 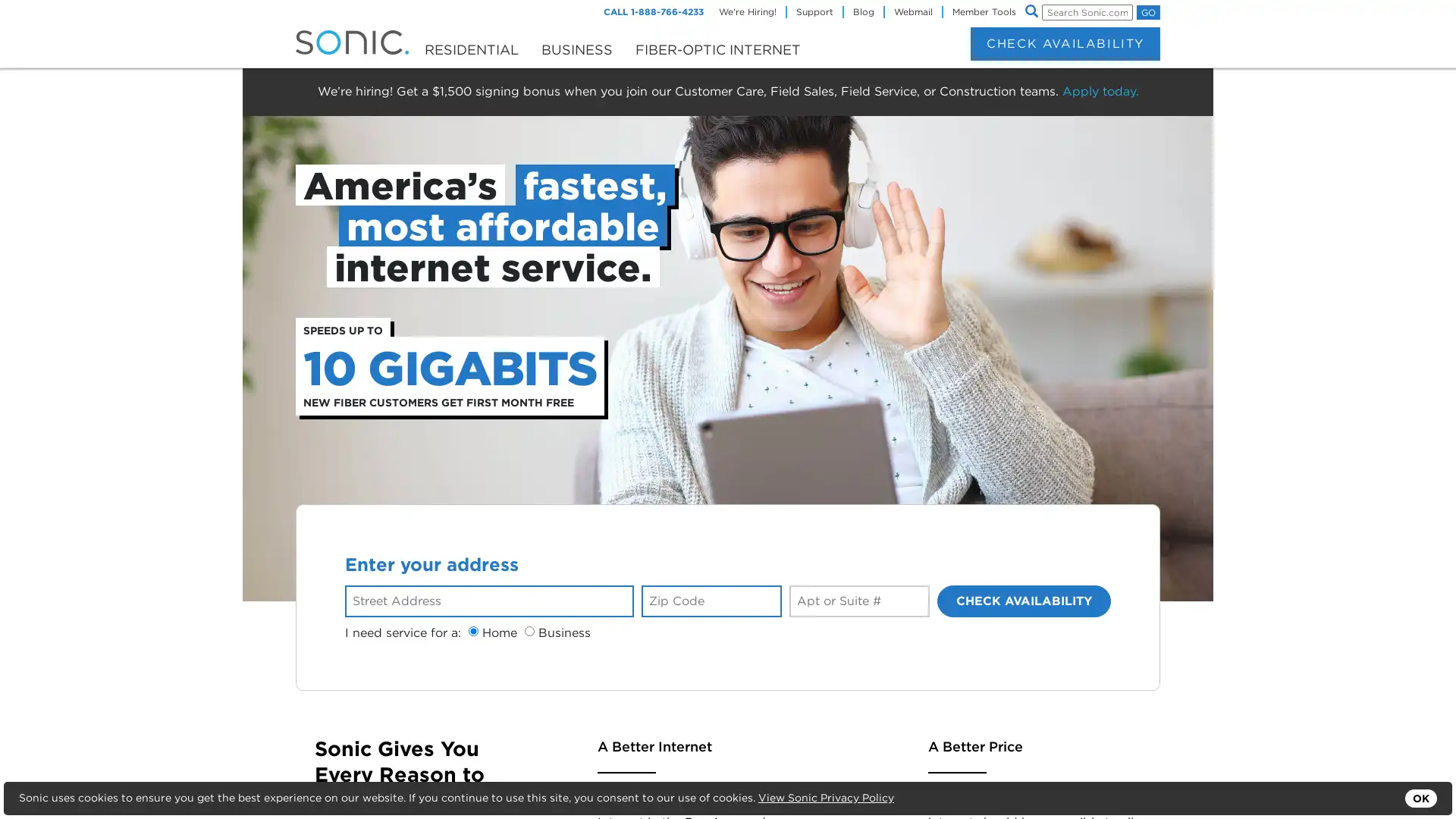 I want to click on OK, so click(x=1420, y=798).